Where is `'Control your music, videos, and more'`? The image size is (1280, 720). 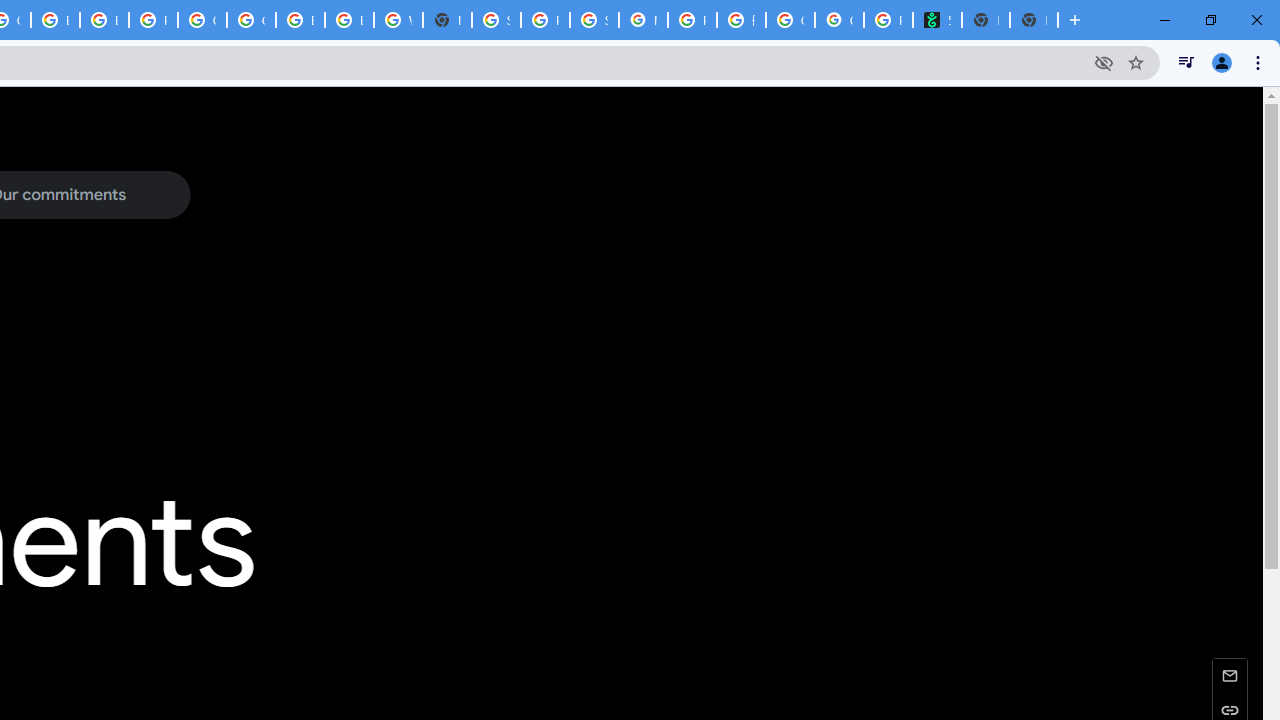
'Control your music, videos, and more' is located at coordinates (1185, 61).